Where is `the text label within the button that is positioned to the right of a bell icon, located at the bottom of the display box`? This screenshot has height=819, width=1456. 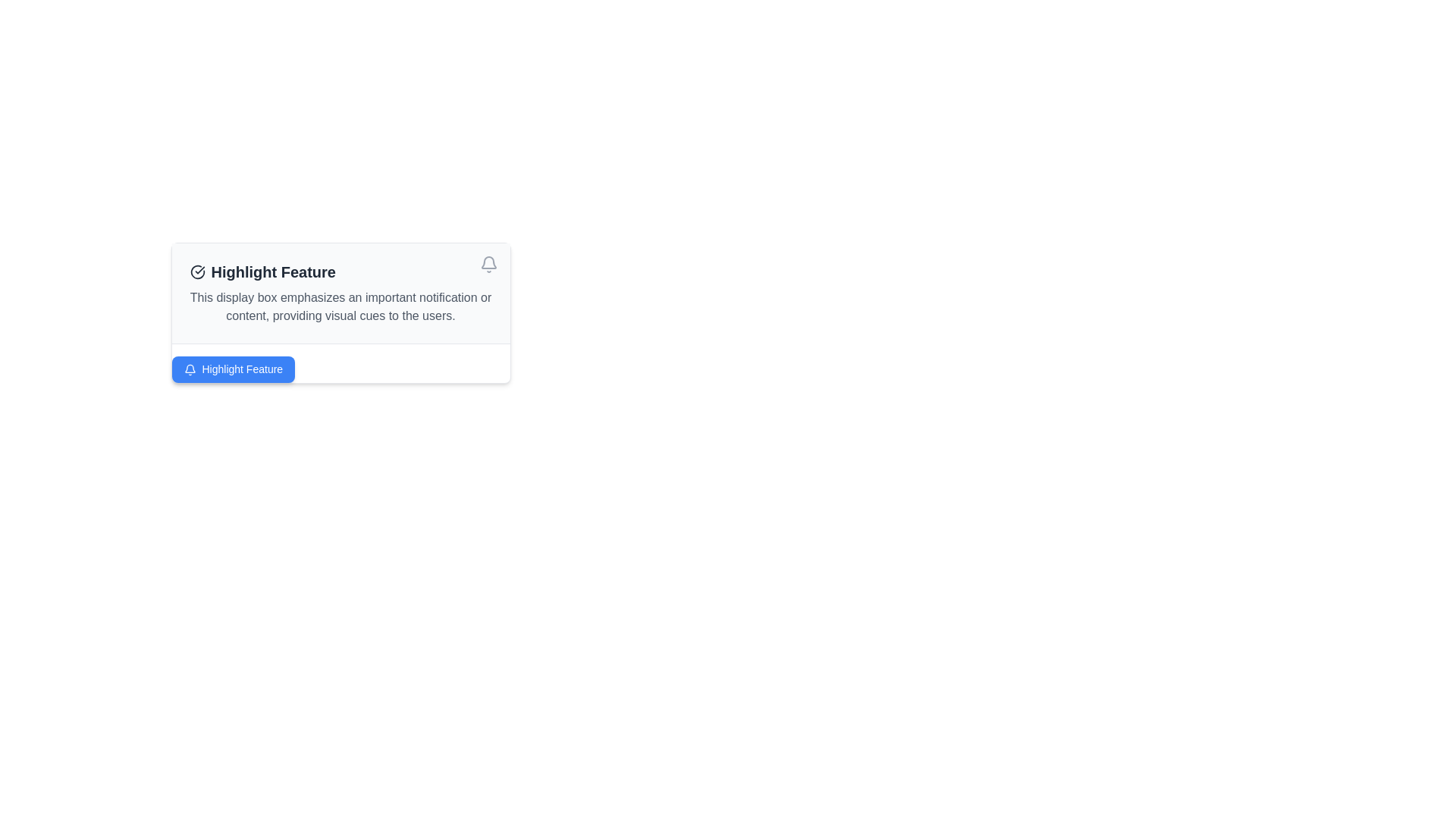 the text label within the button that is positioned to the right of a bell icon, located at the bottom of the display box is located at coordinates (241, 369).